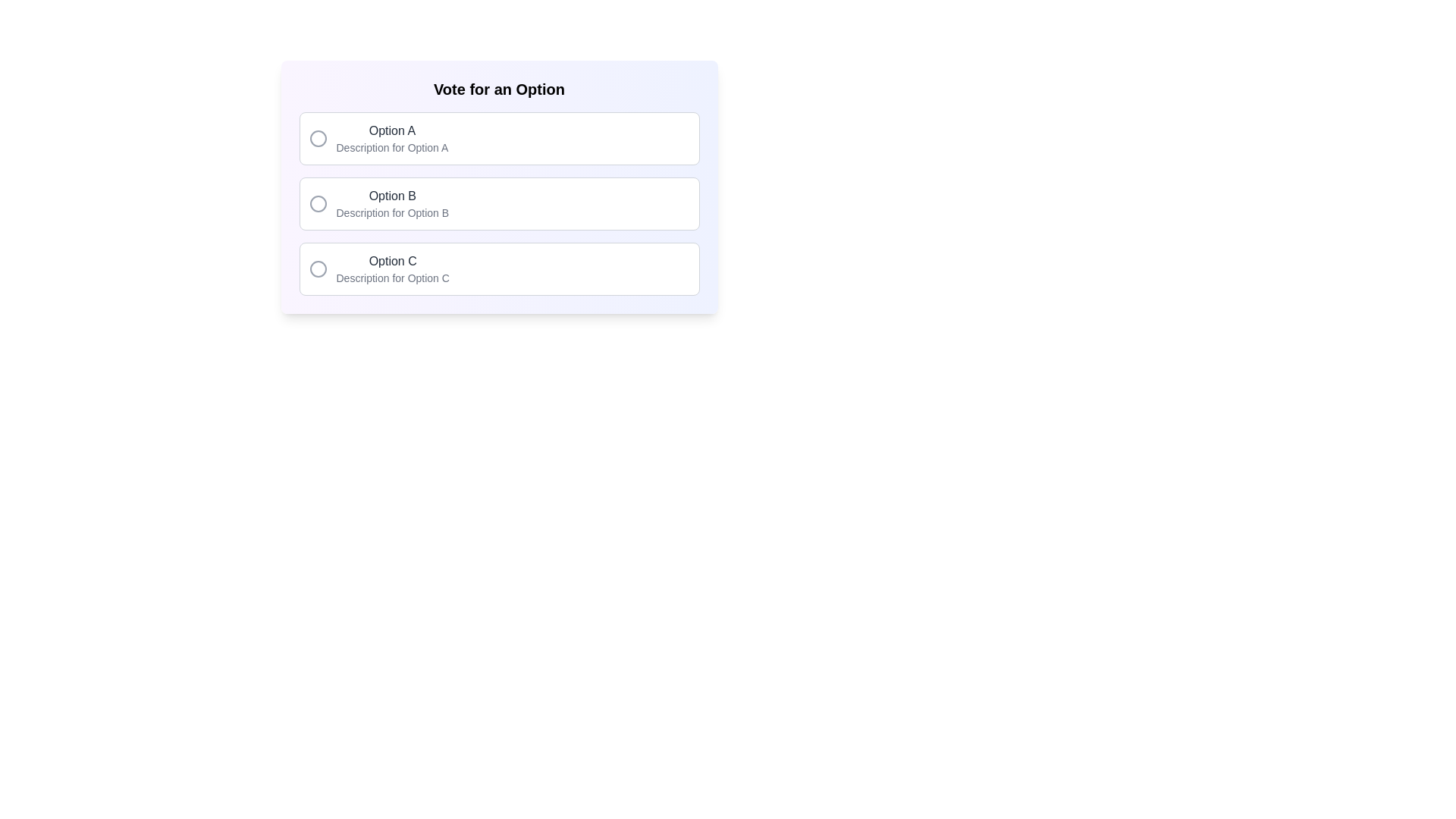 This screenshot has width=1456, height=819. Describe the element at coordinates (317, 203) in the screenshot. I see `the inner circle of the radio button associated with 'Option B' in the voting option interface` at that location.